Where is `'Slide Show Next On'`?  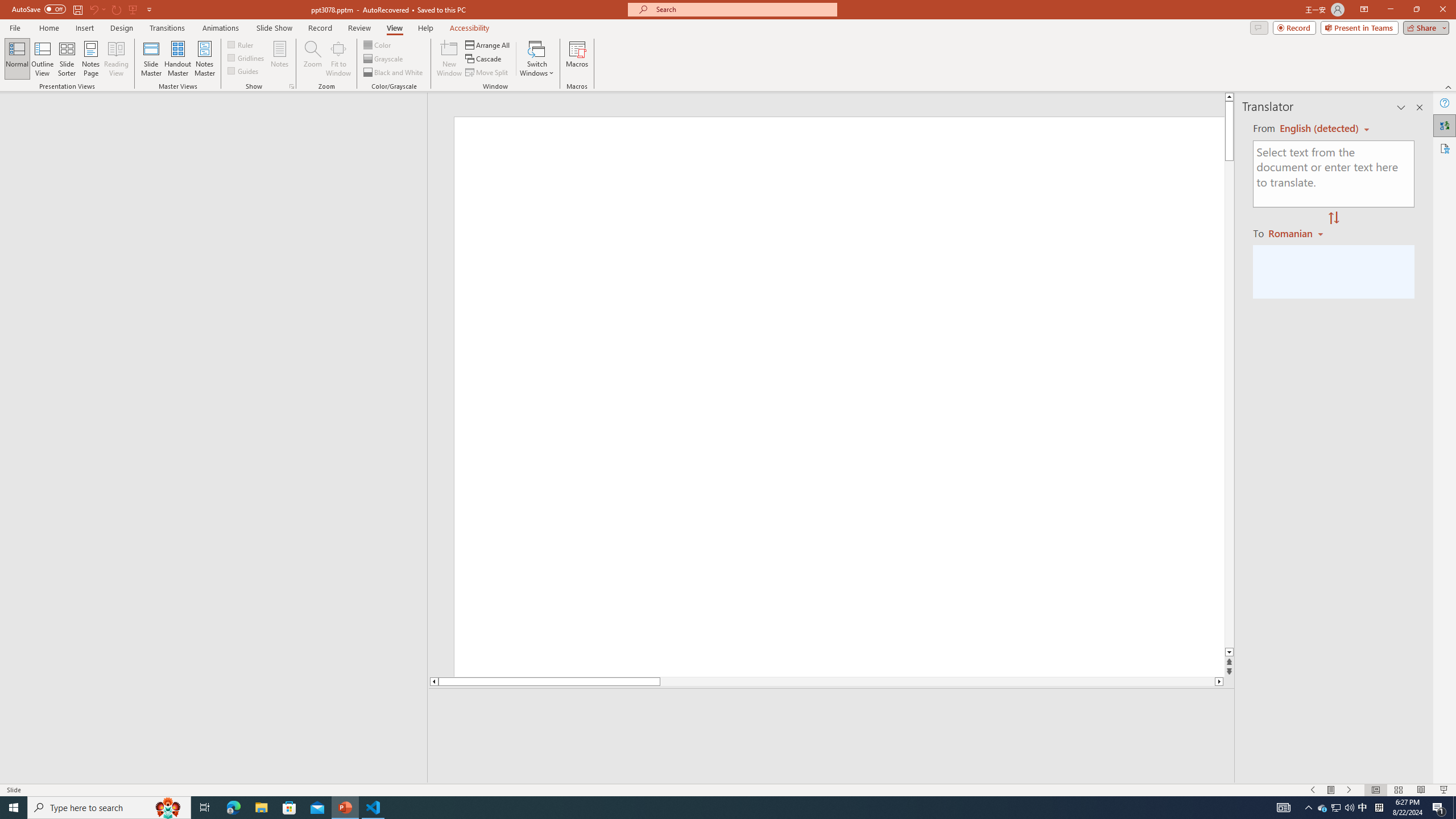
'Slide Show Next On' is located at coordinates (1349, 790).